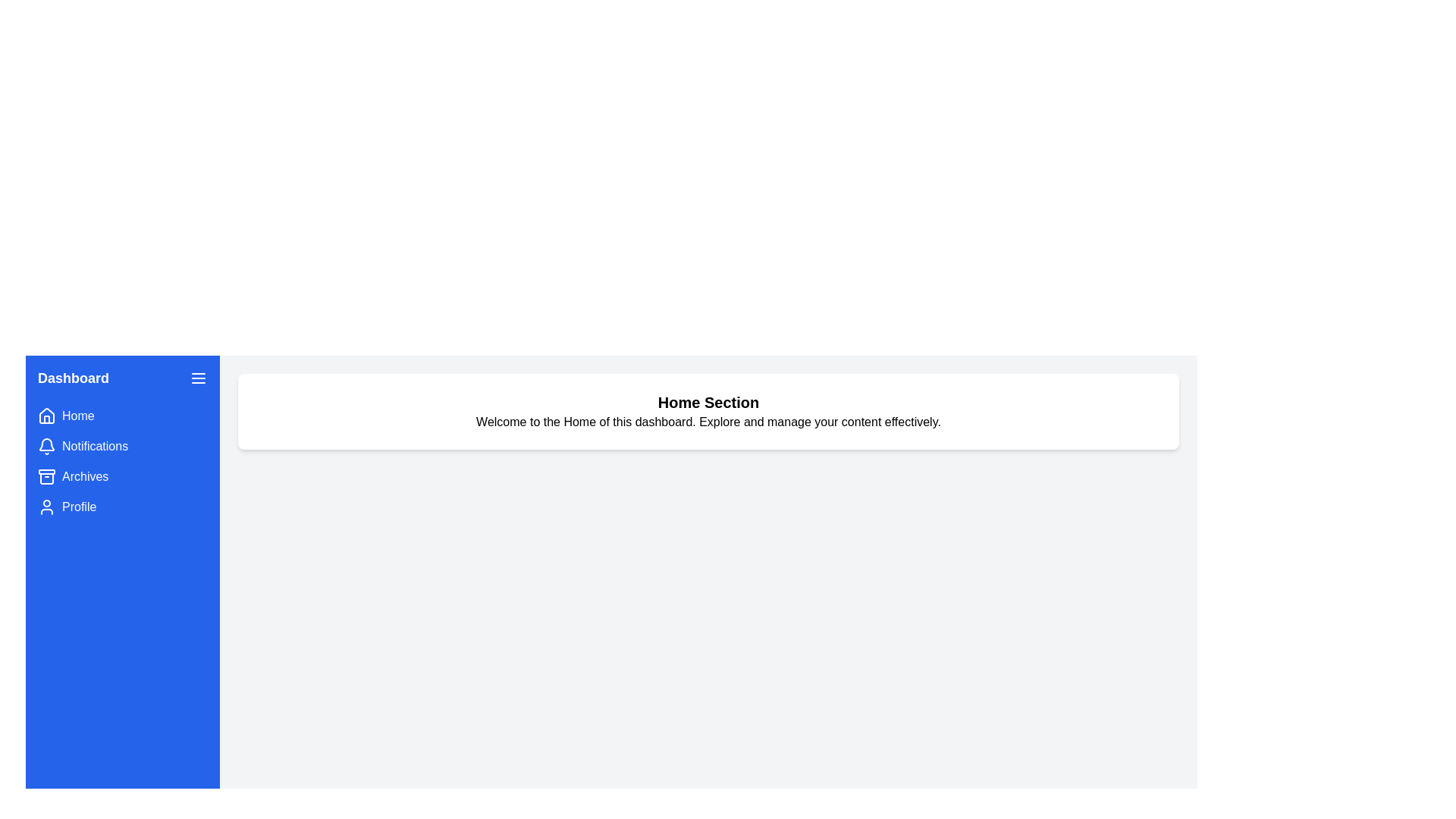 The height and width of the screenshot is (819, 1456). What do you see at coordinates (47, 446) in the screenshot?
I see `the Notifications icon in the vertical navigation bar` at bounding box center [47, 446].